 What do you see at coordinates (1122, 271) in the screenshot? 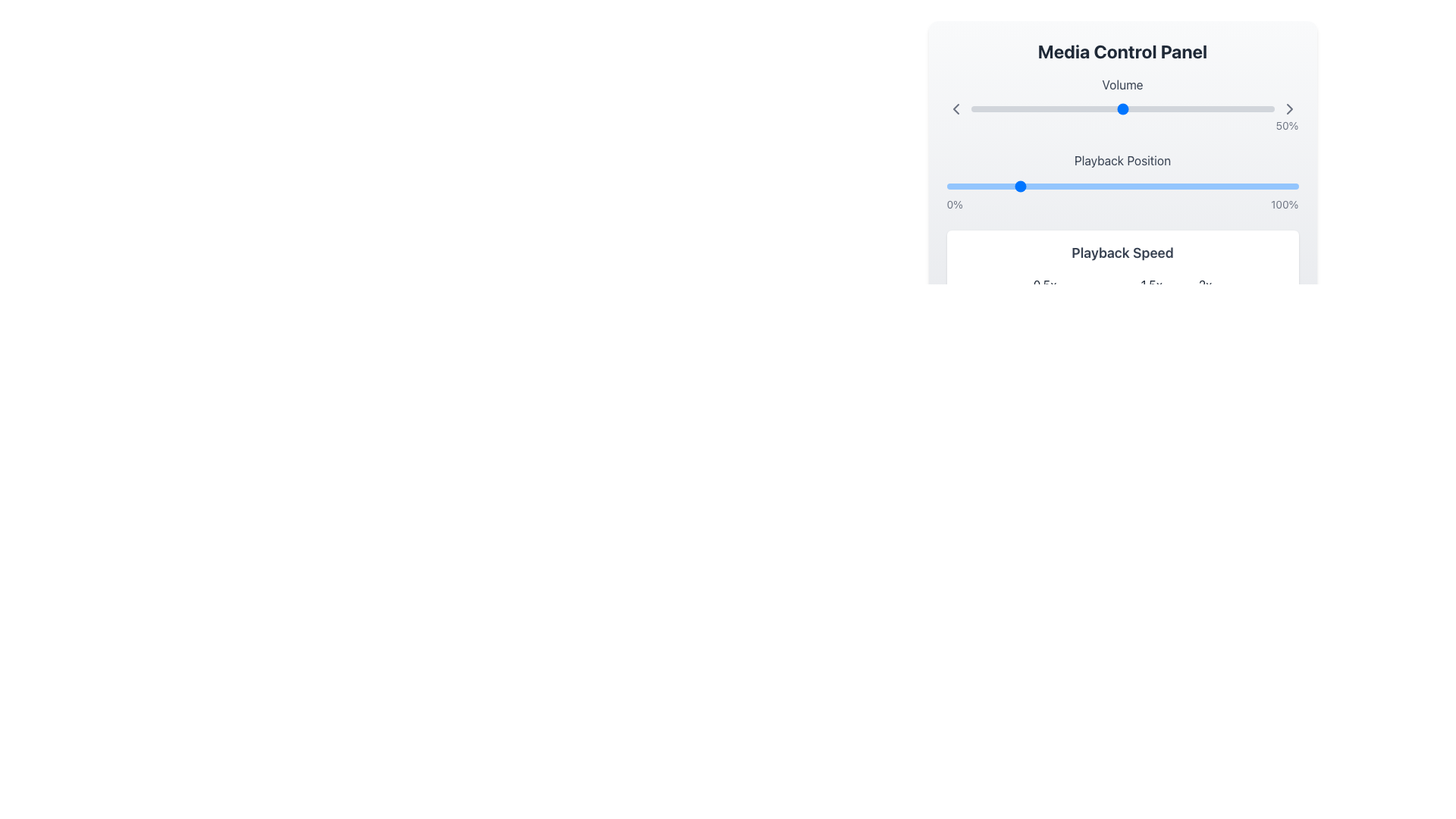
I see `the selectable speed option in the playback speed options group located in the media control panel, which is the third section from the top and is positioned below the 'Playback Position' control` at bounding box center [1122, 271].